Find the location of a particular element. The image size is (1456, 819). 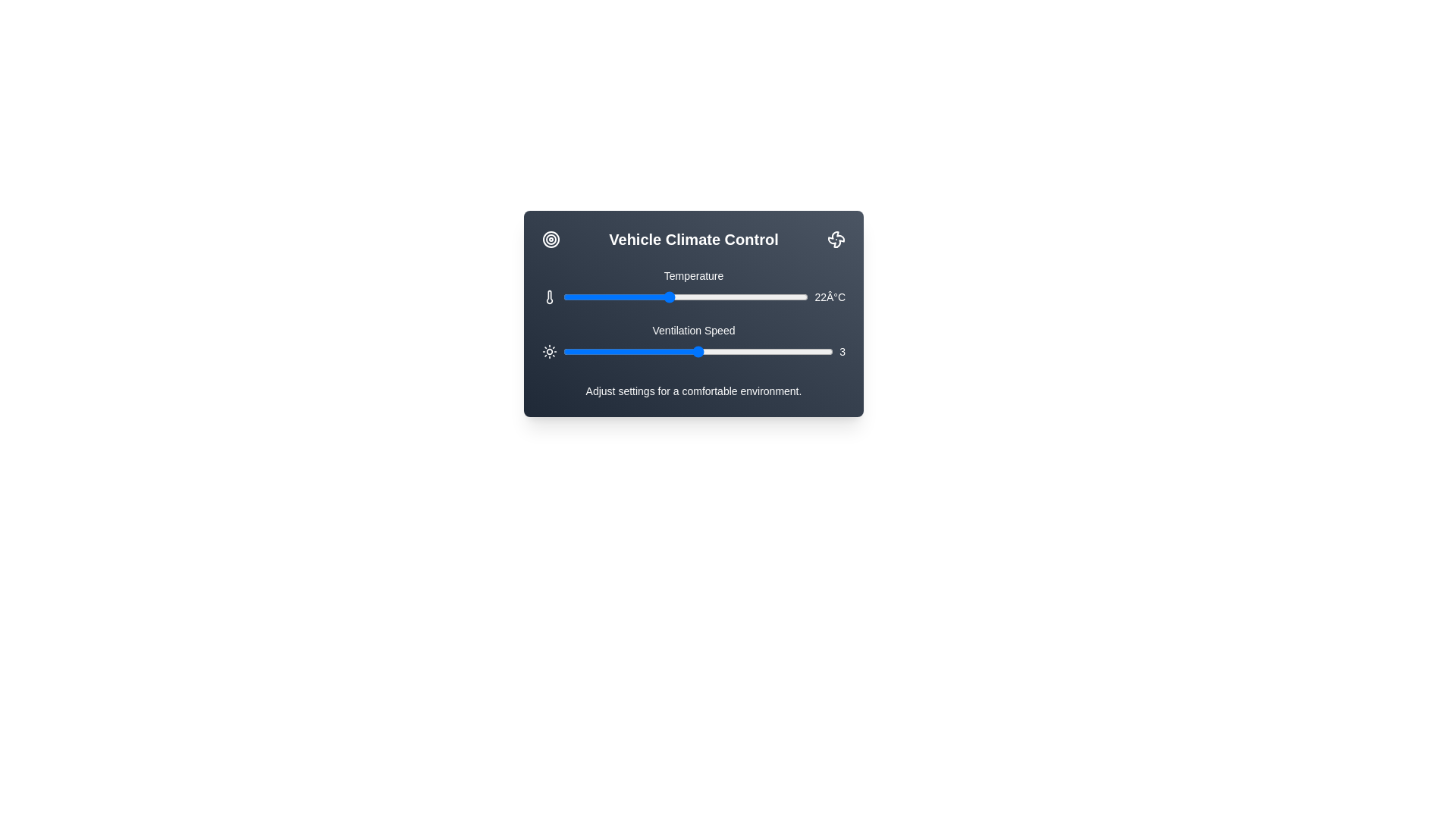

the temperature slider to 16 degrees Celsius is located at coordinates (563, 297).